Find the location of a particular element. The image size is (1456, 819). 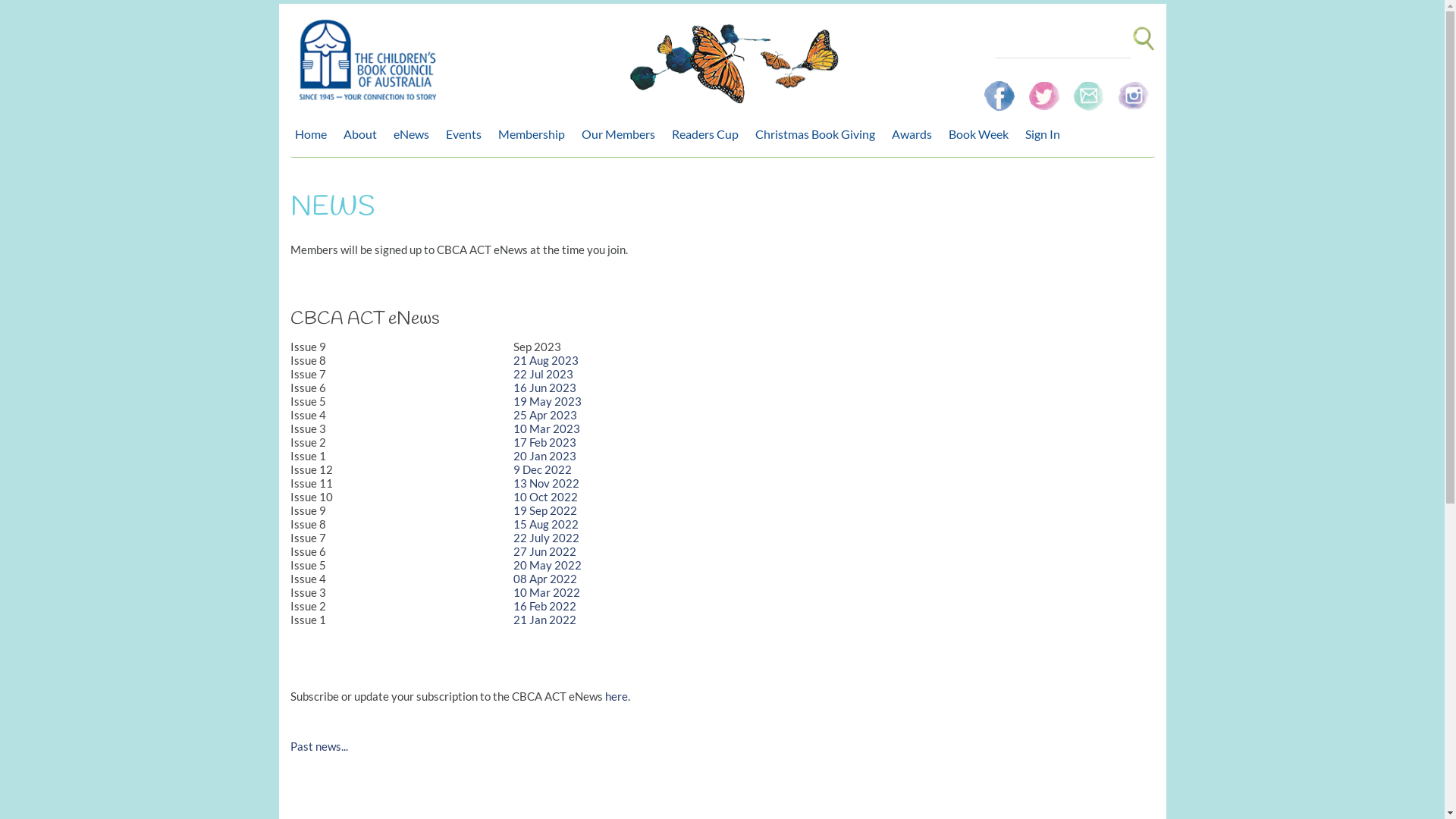

'19 Sep 2022' is located at coordinates (545, 510).